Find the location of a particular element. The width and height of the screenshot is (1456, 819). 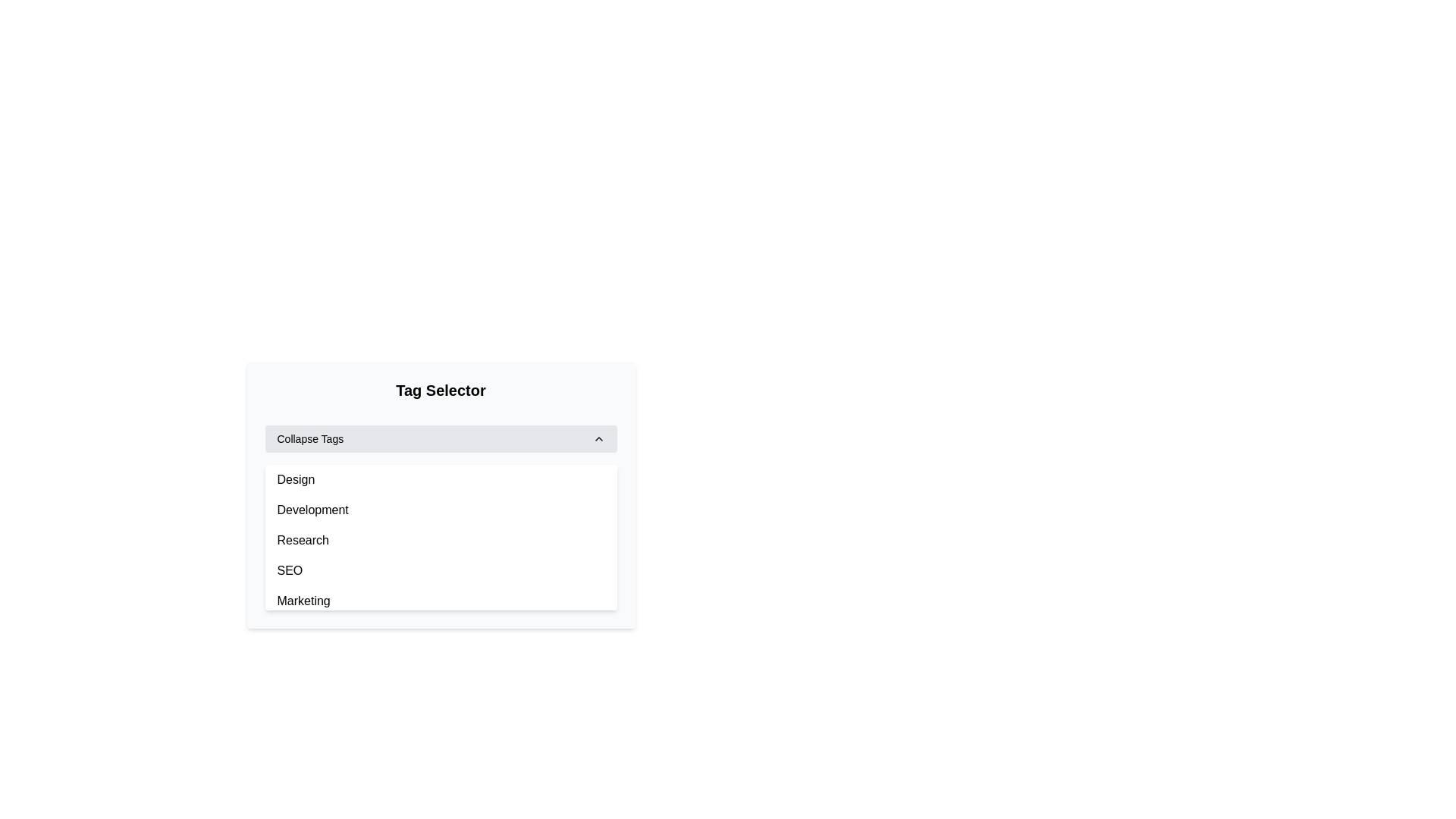

the 'Development' list item in the dropdown under the 'Collapse Tags' section is located at coordinates (440, 507).